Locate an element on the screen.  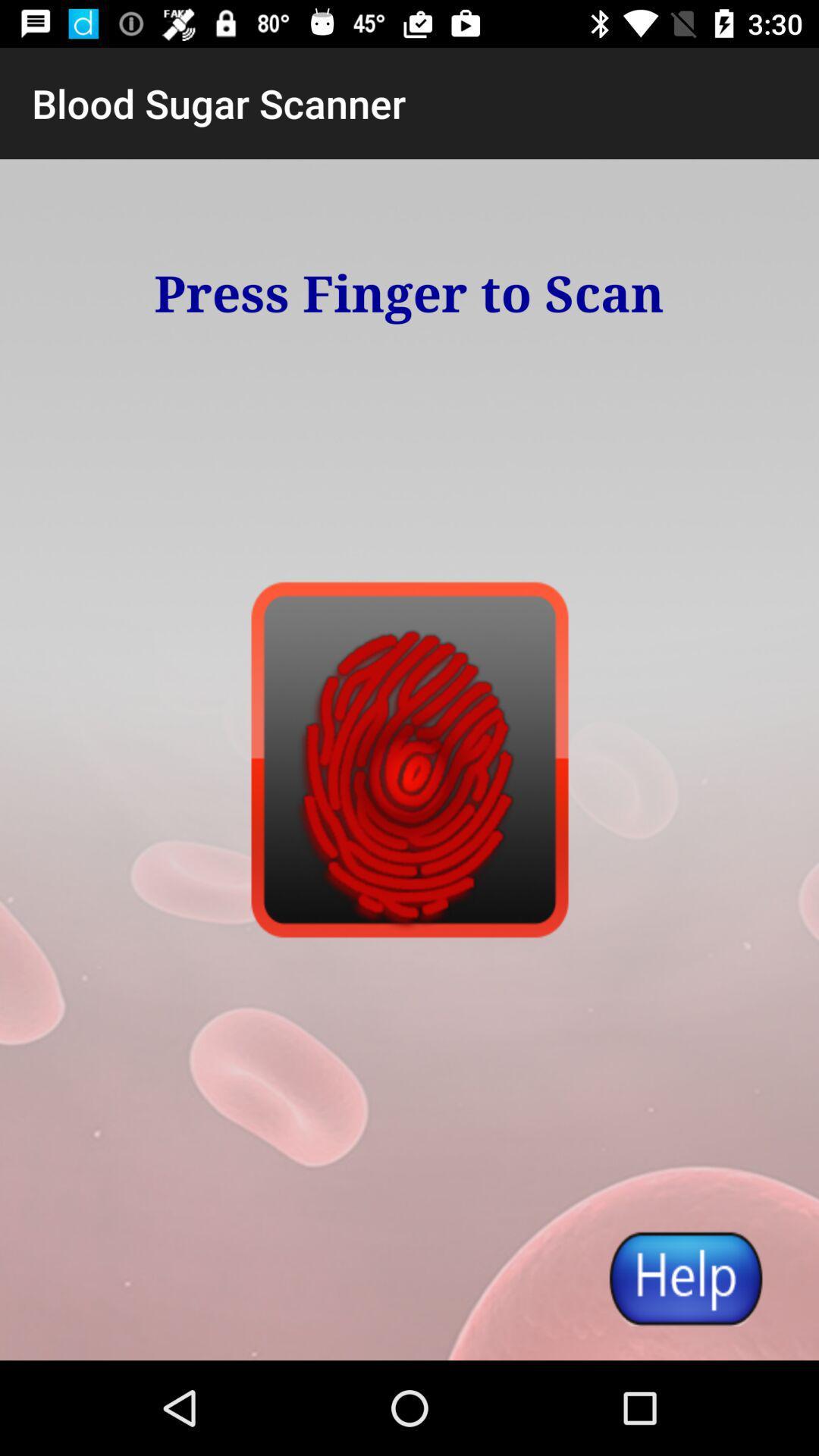
help is located at coordinates (685, 1277).